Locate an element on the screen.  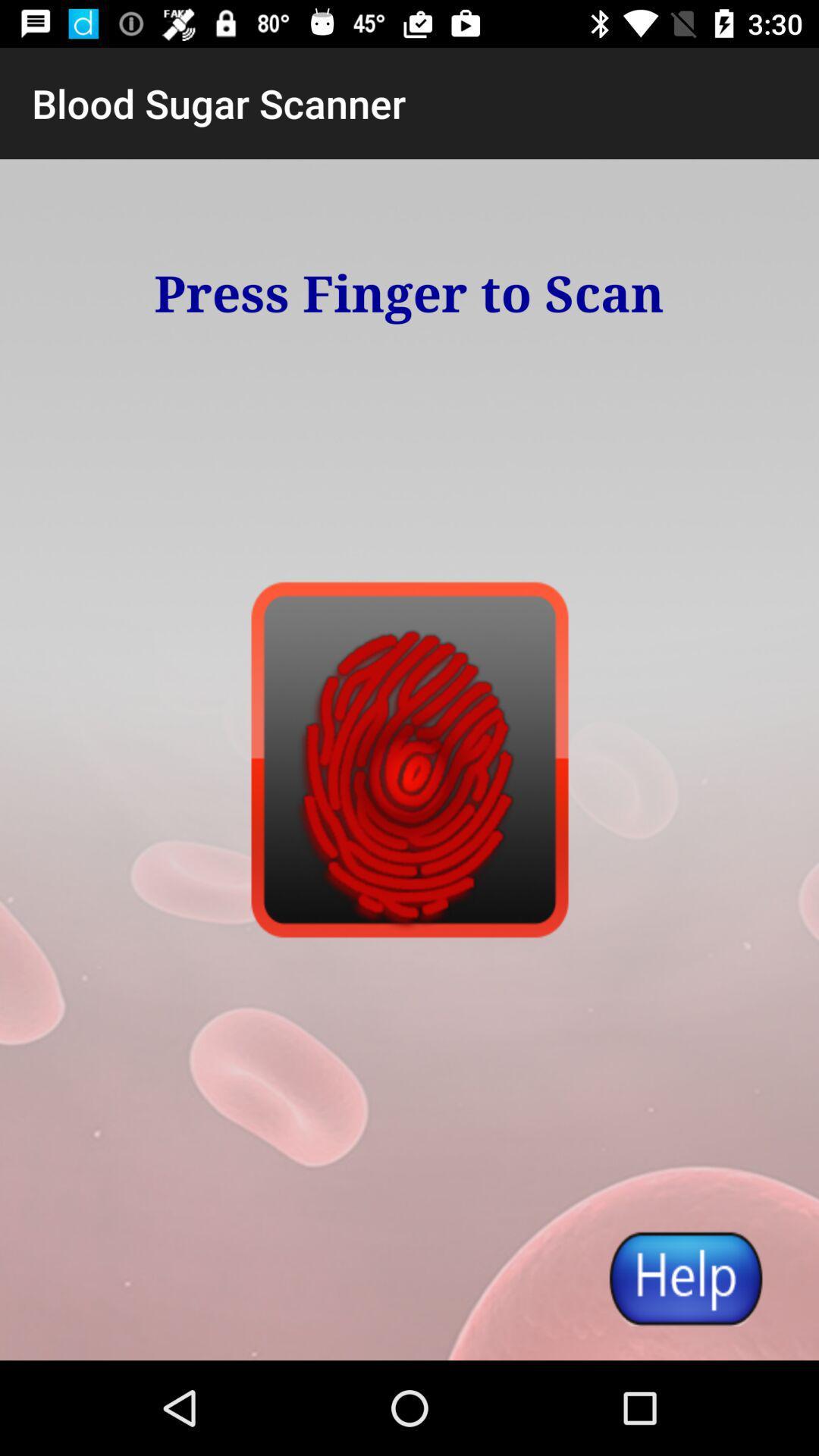
help is located at coordinates (685, 1277).